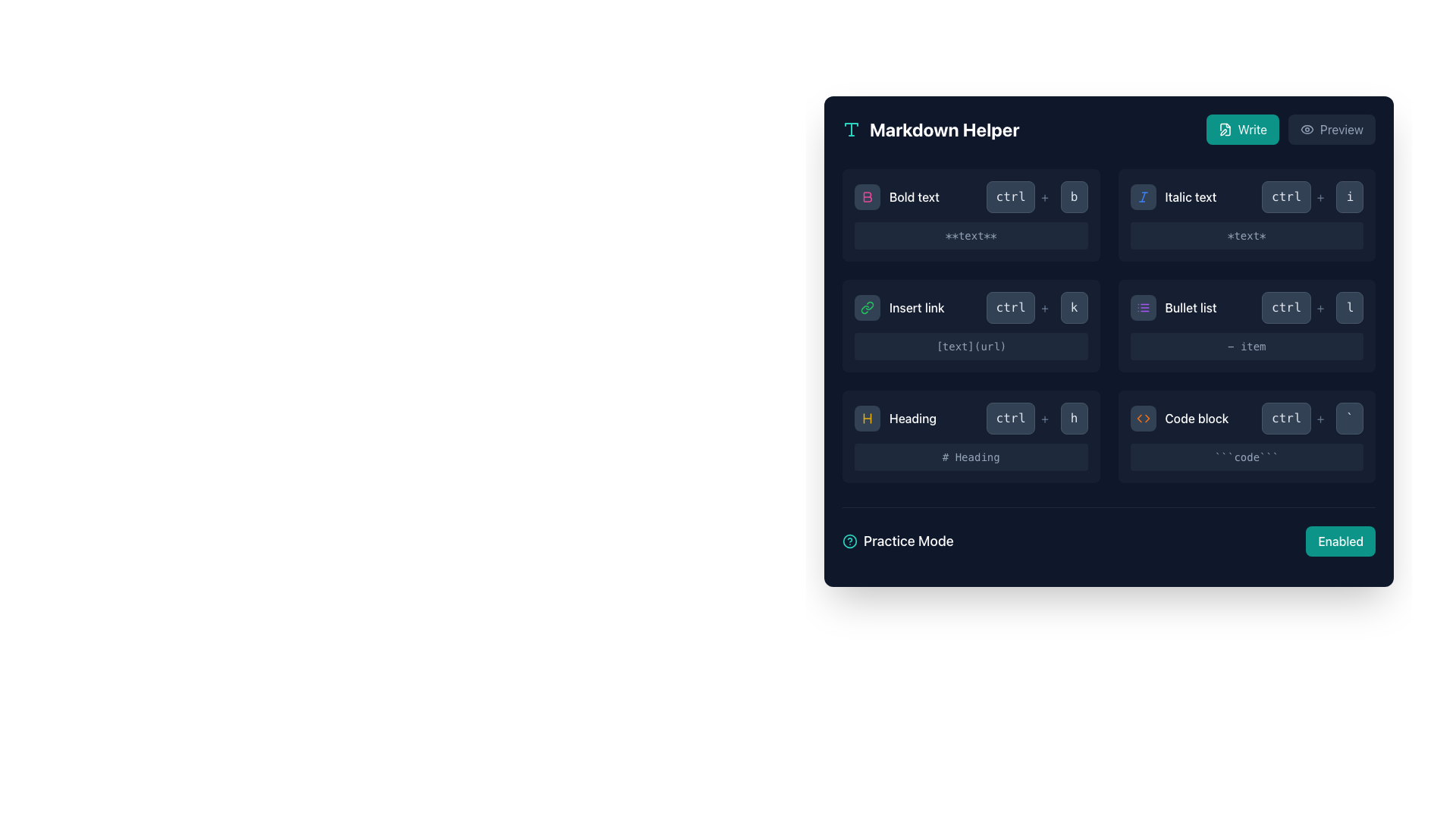  Describe the element at coordinates (971, 436) in the screenshot. I see `displayed content of the Information Card located in the bottom-left segment of the 'Markdown Helper' panel, which provides guidance on markdown syntax for headings and the keyboard shortcut 'ctrl + h'` at that location.